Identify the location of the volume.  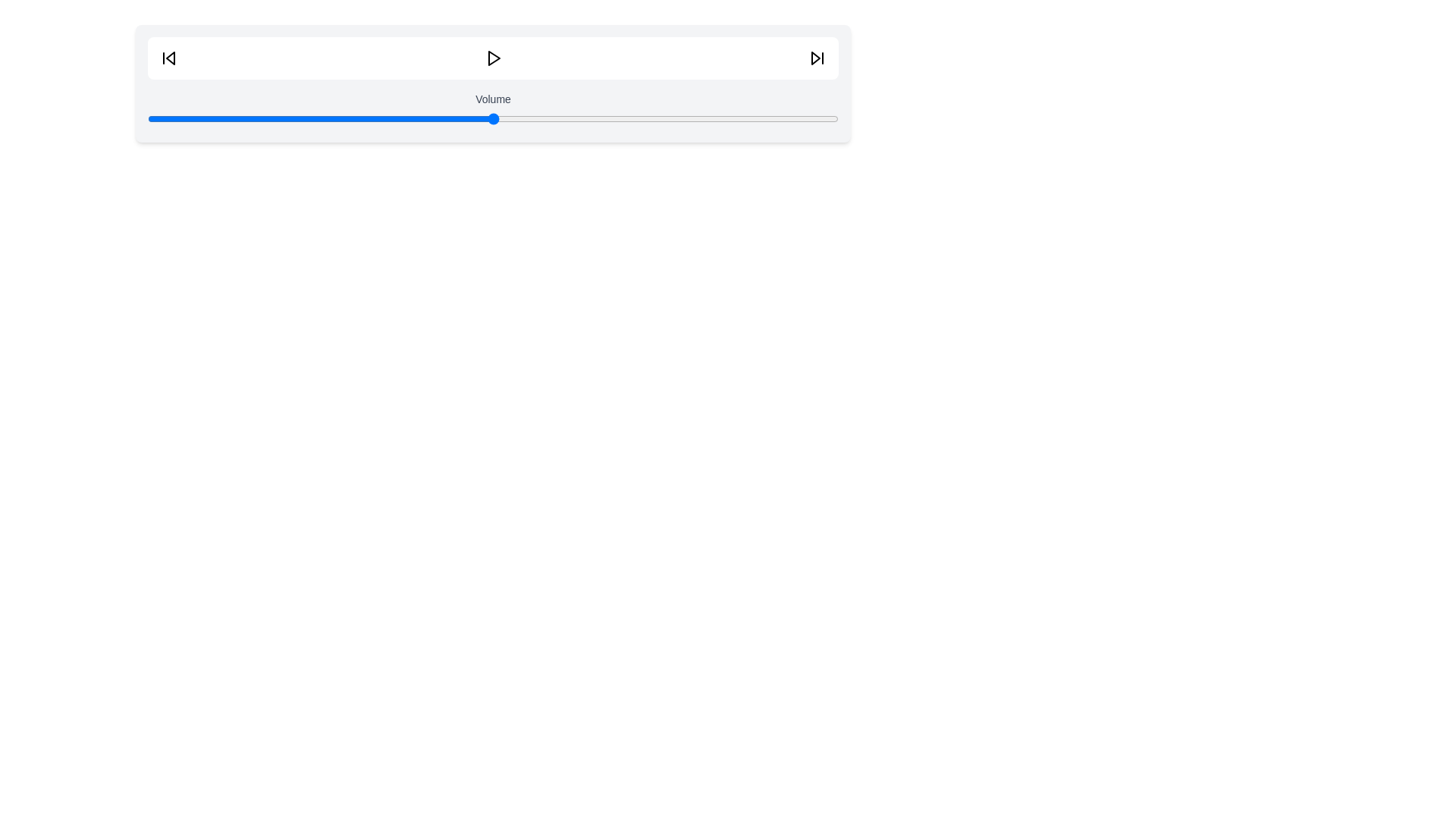
(182, 118).